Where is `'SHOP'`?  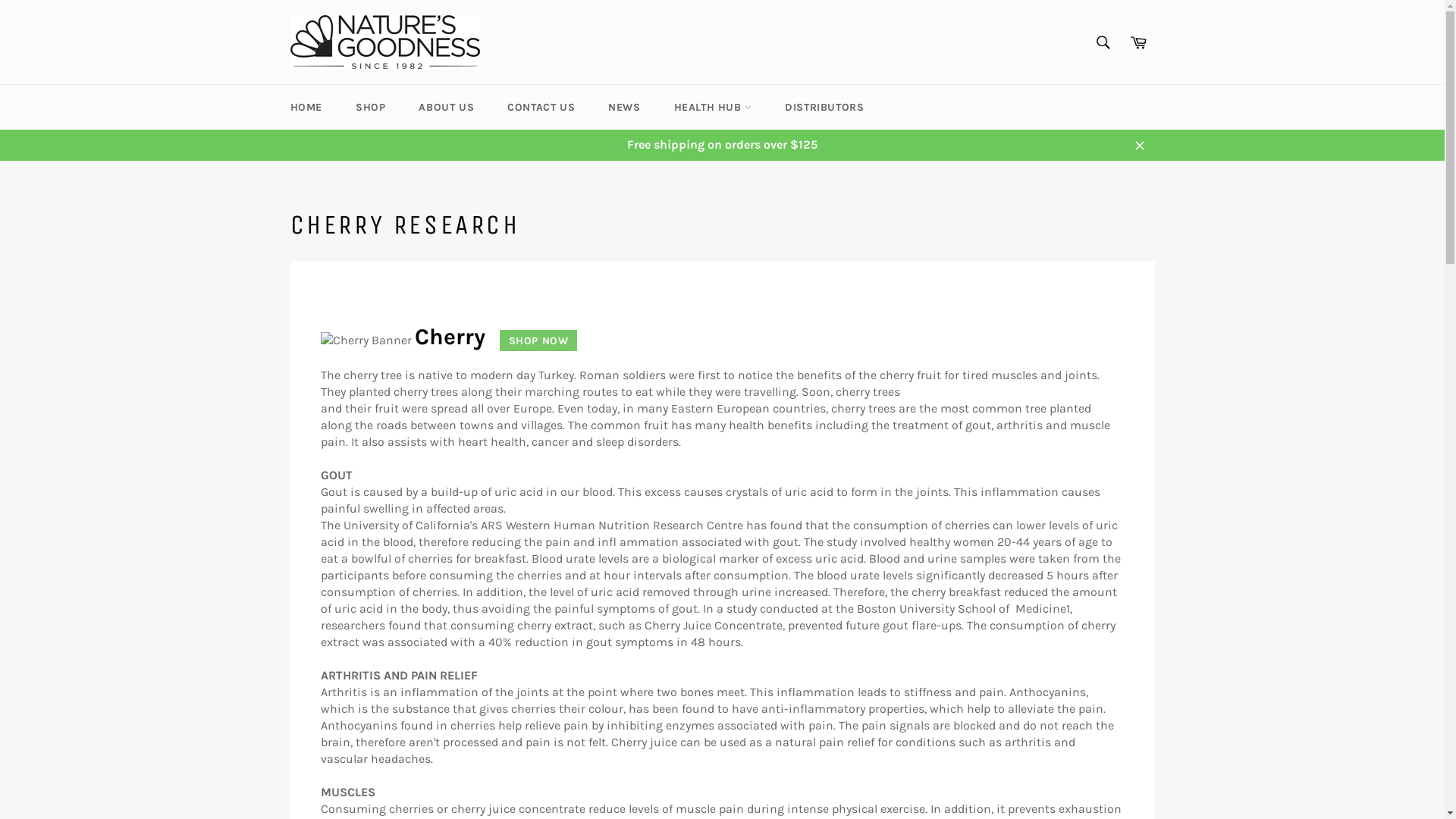 'SHOP' is located at coordinates (370, 106).